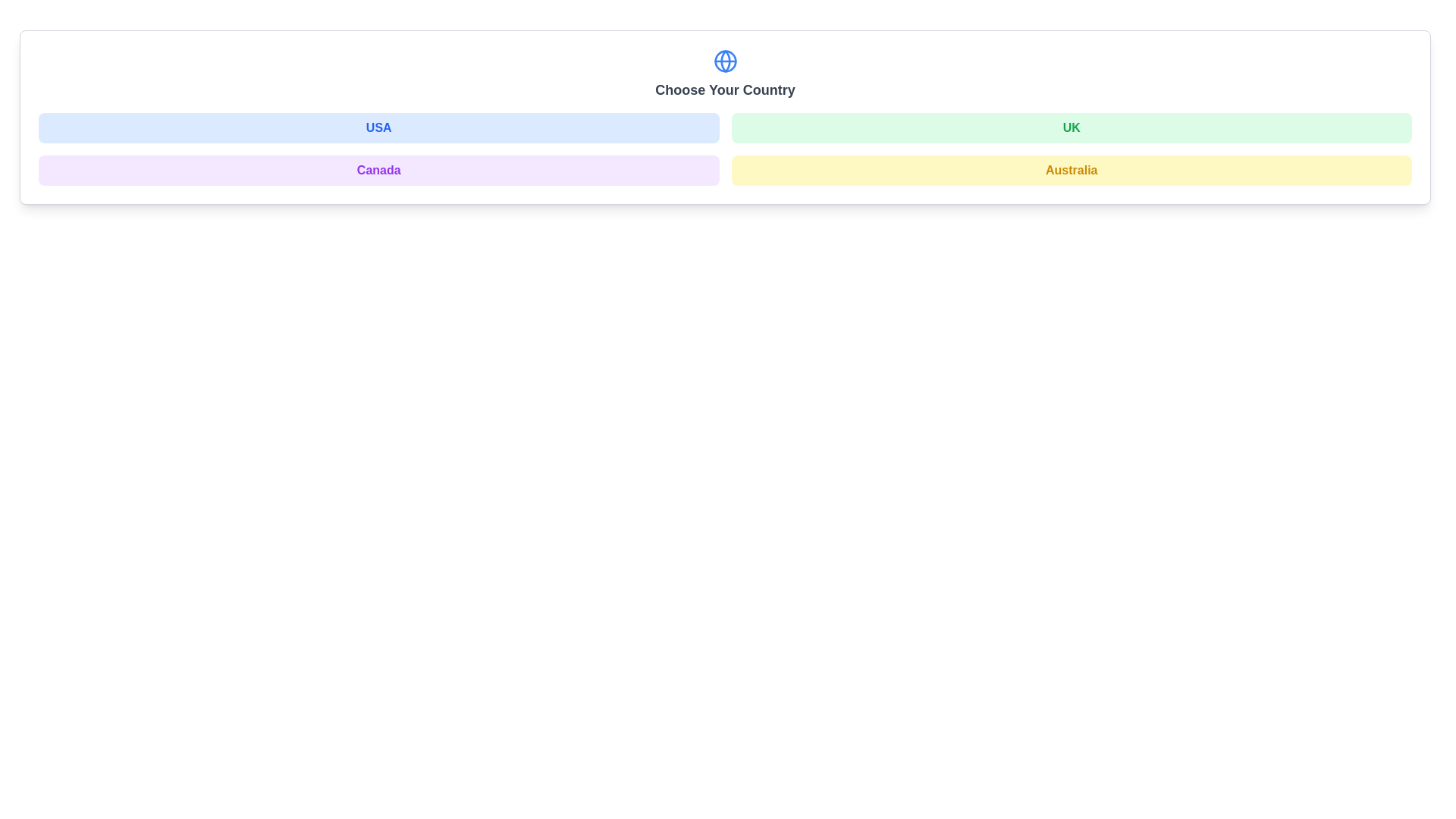 The width and height of the screenshot is (1456, 819). Describe the element at coordinates (378, 170) in the screenshot. I see `the rounded rectangular button with a light purple background labeled 'Canada'` at that location.